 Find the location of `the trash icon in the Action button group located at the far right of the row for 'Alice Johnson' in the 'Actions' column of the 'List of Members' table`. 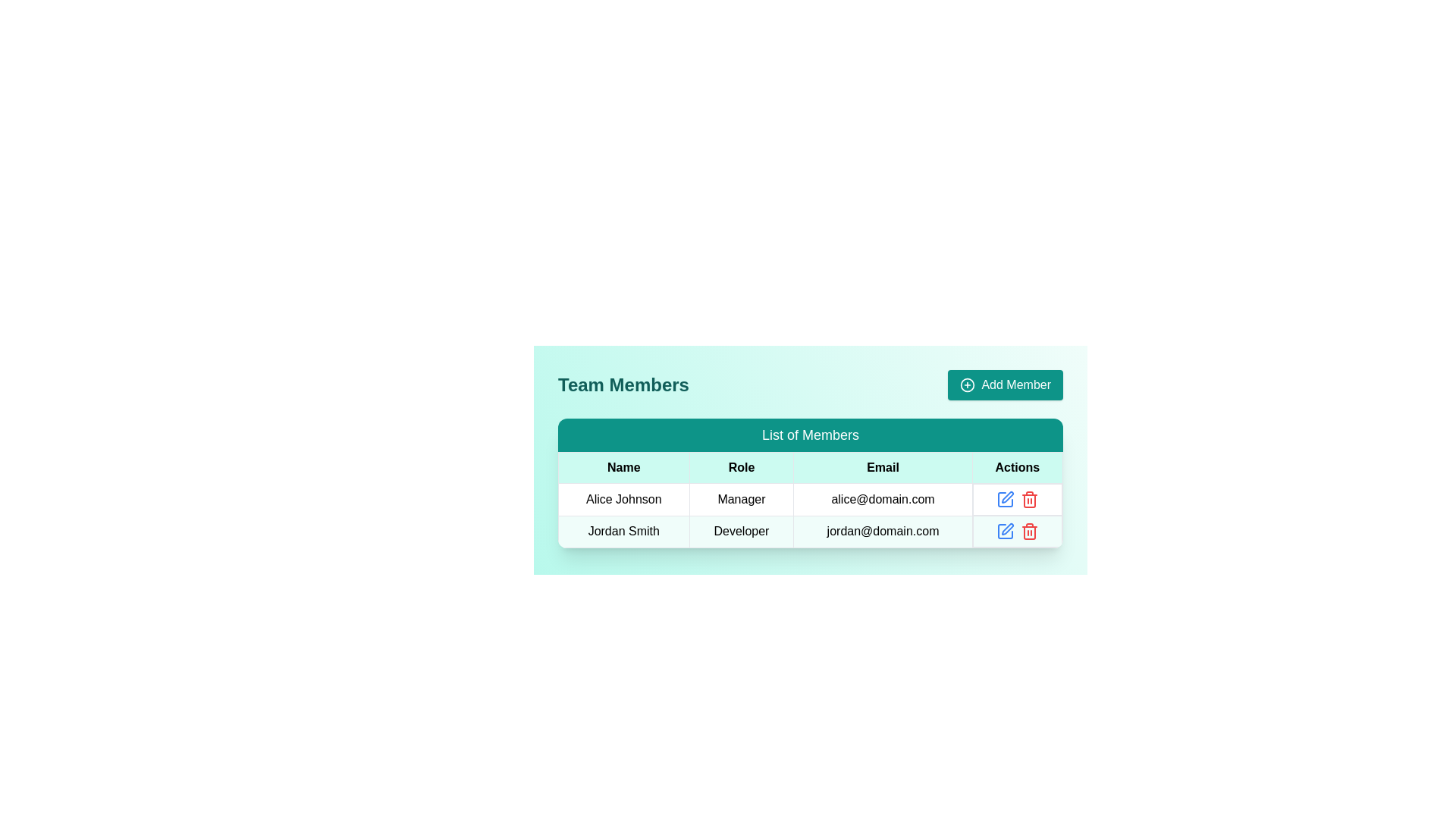

the trash icon in the Action button group located at the far right of the row for 'Alice Johnson' in the 'Actions' column of the 'List of Members' table is located at coordinates (1017, 500).